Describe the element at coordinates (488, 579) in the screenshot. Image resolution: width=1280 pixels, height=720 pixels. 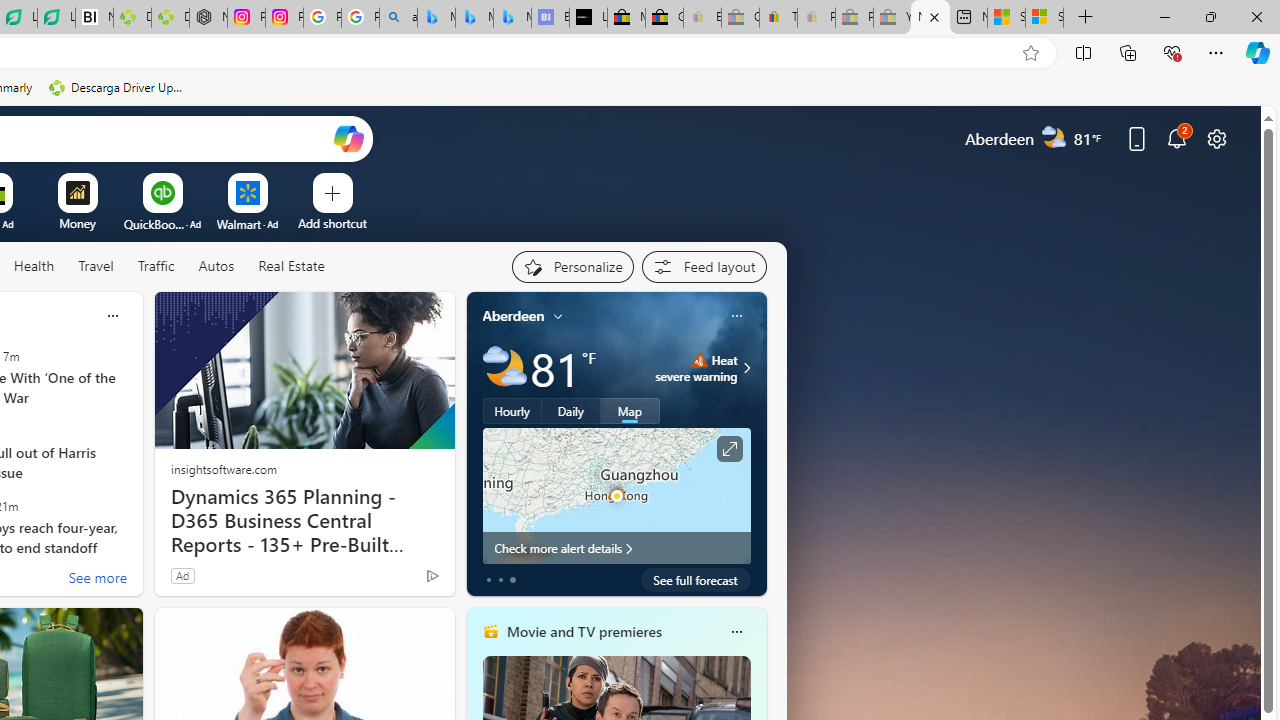
I see `'tab-0'` at that location.